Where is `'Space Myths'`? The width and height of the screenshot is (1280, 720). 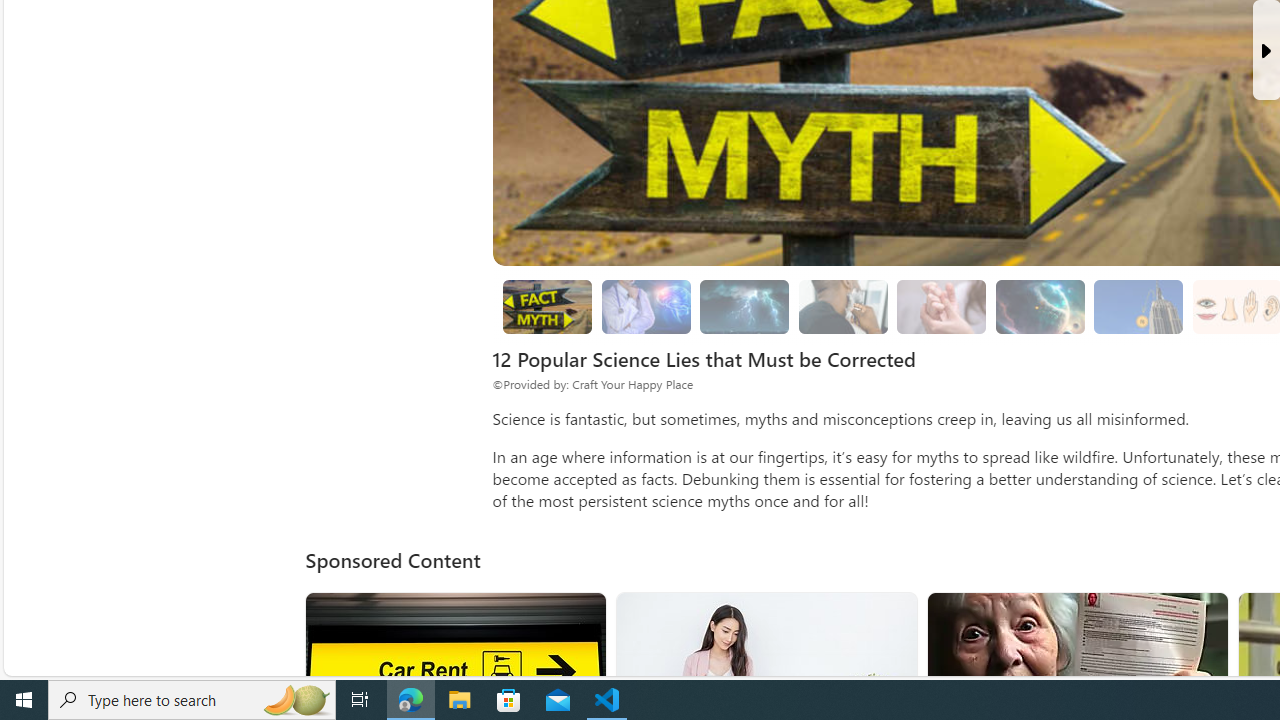
'Space Myths' is located at coordinates (1040, 307).